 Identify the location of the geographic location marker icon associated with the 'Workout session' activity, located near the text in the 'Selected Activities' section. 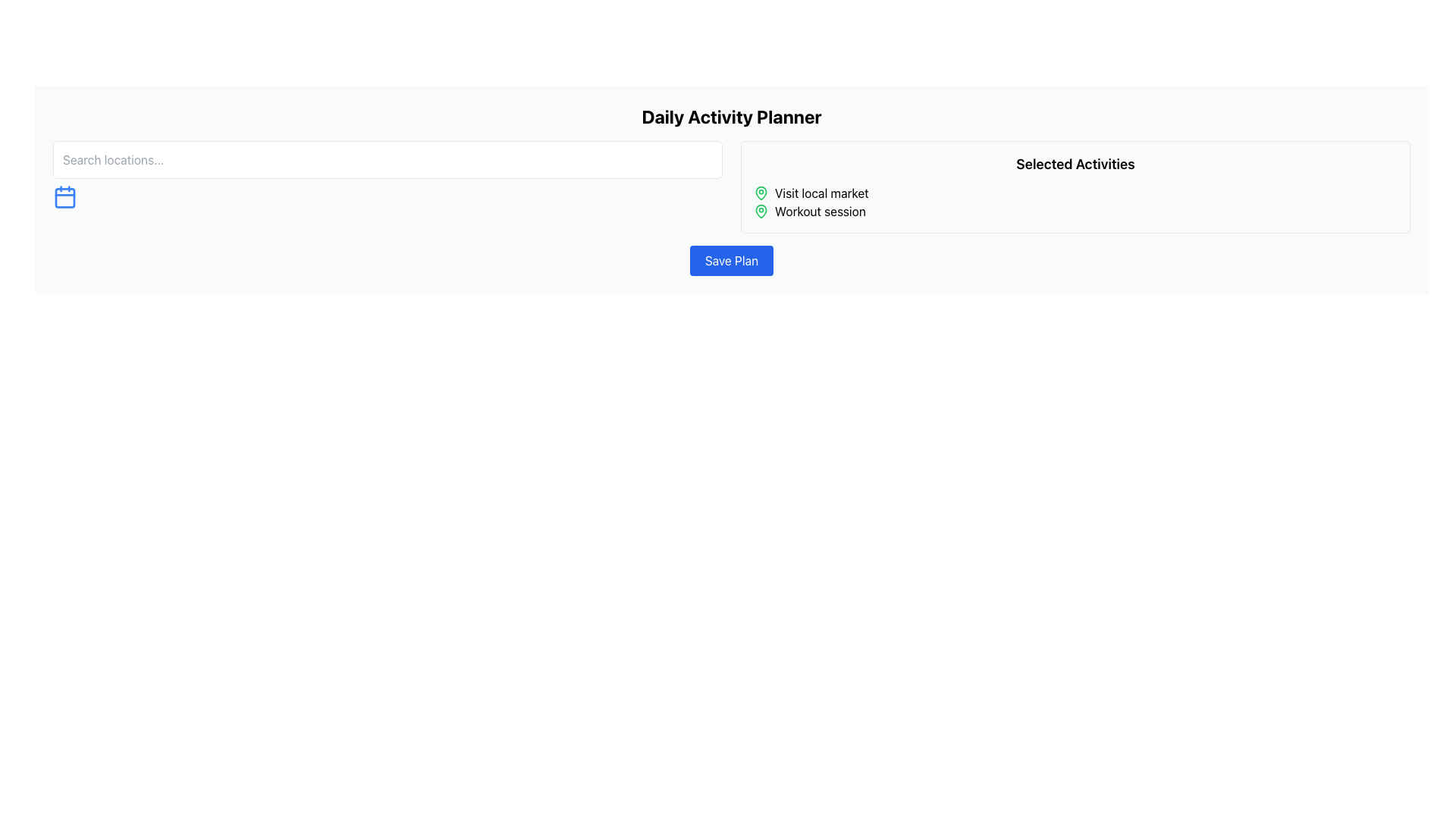
(761, 192).